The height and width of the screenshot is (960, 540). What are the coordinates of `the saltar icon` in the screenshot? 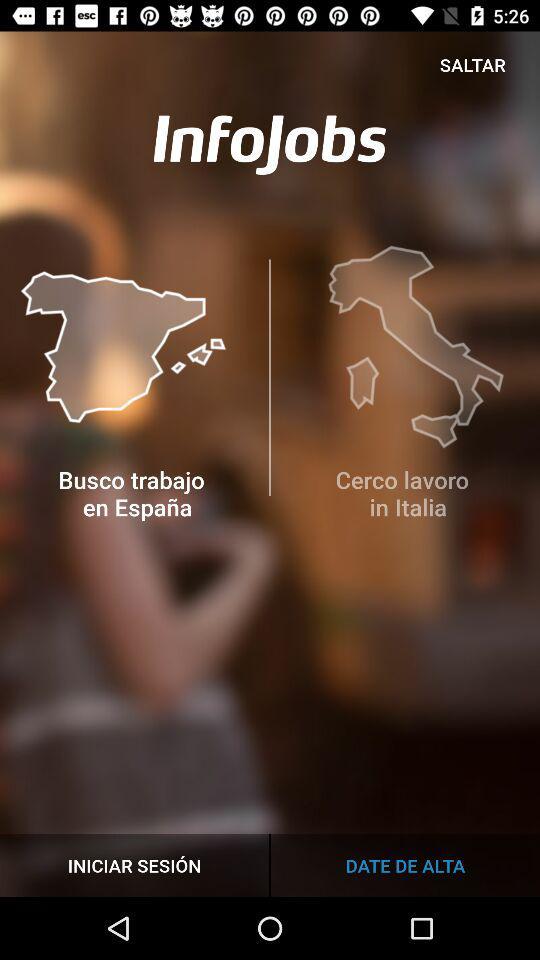 It's located at (472, 64).